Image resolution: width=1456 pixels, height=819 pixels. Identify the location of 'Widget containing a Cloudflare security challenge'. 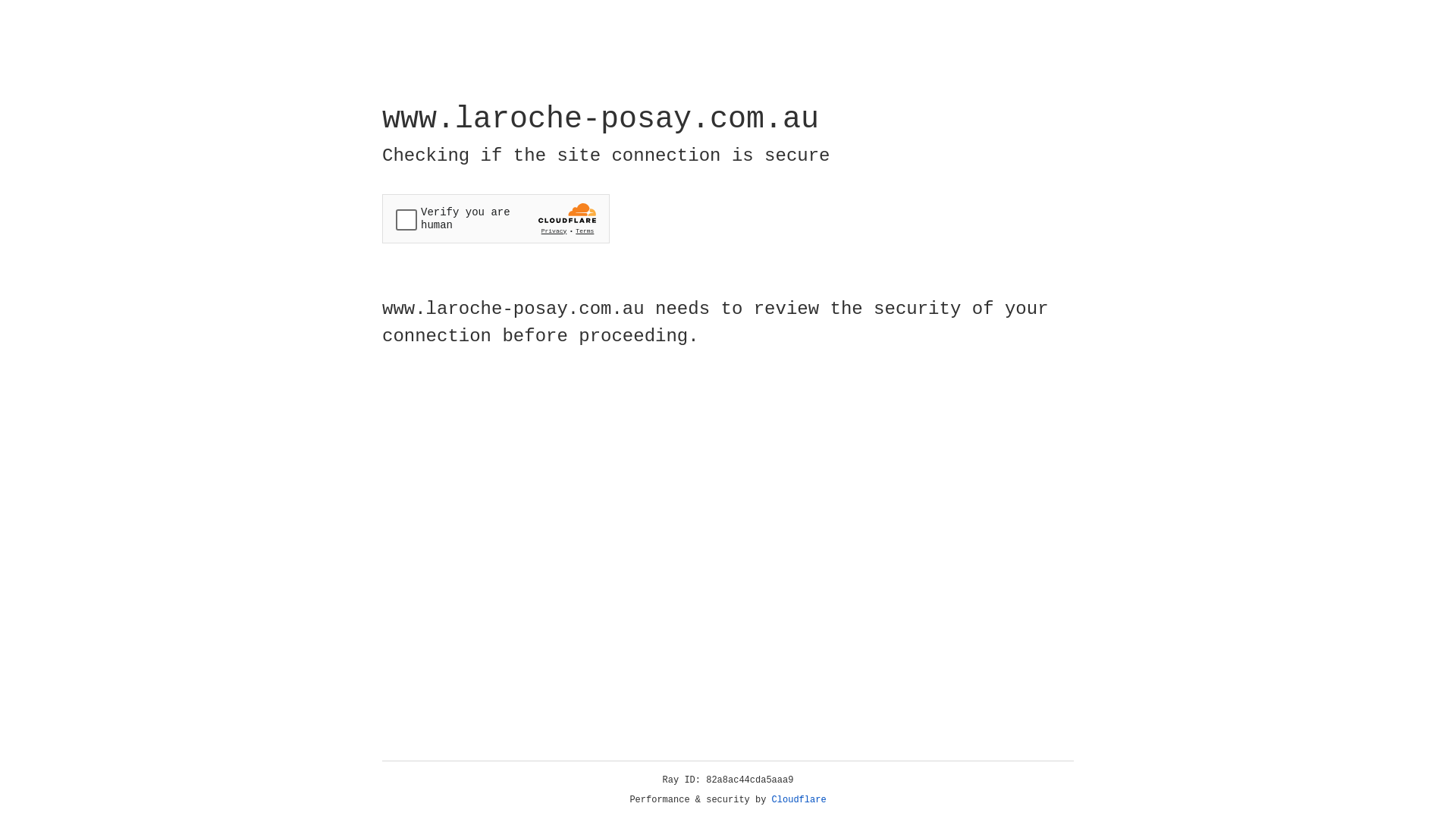
(495, 218).